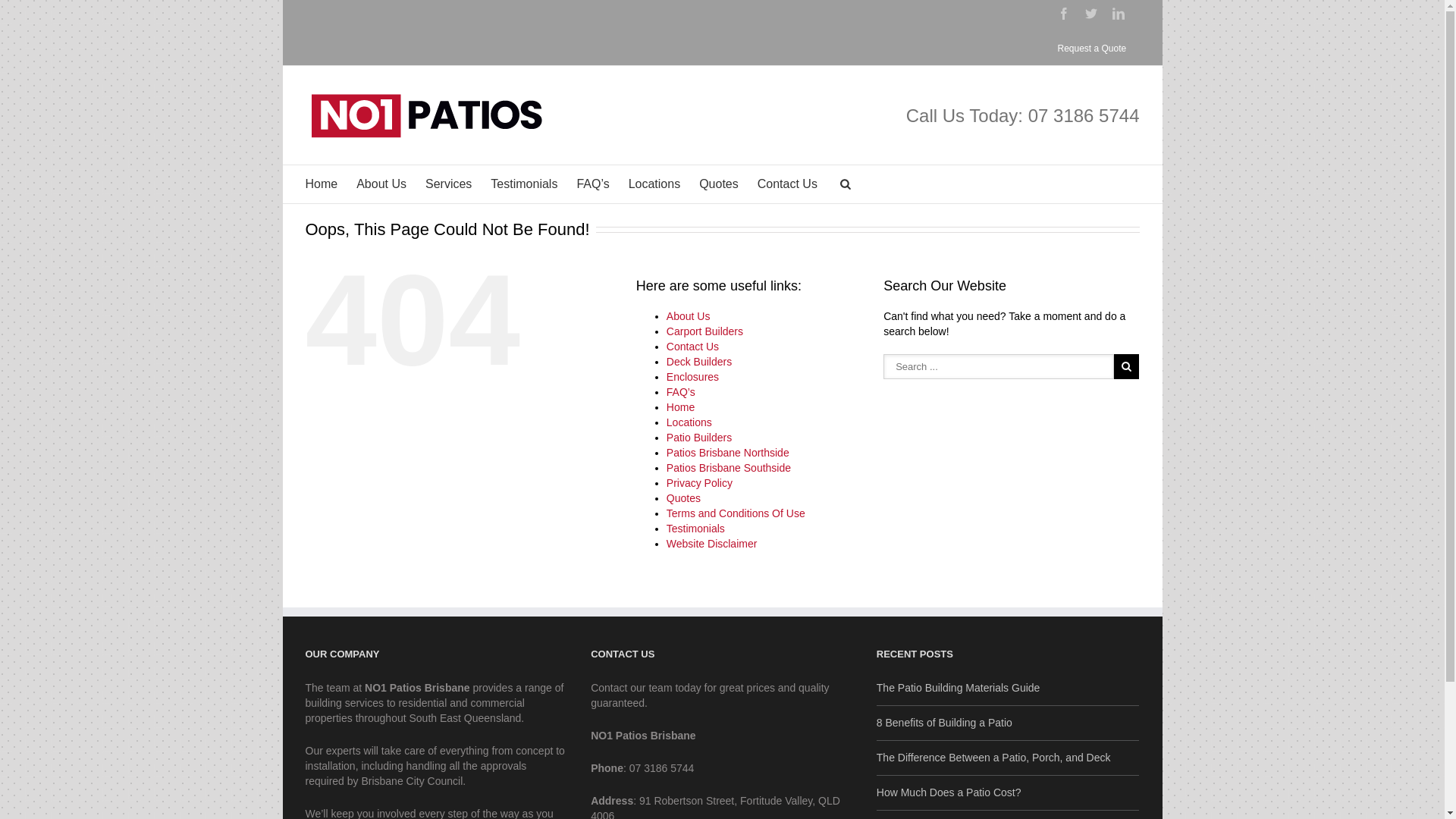 The image size is (1456, 819). Describe the element at coordinates (692, 376) in the screenshot. I see `'Enclosures'` at that location.